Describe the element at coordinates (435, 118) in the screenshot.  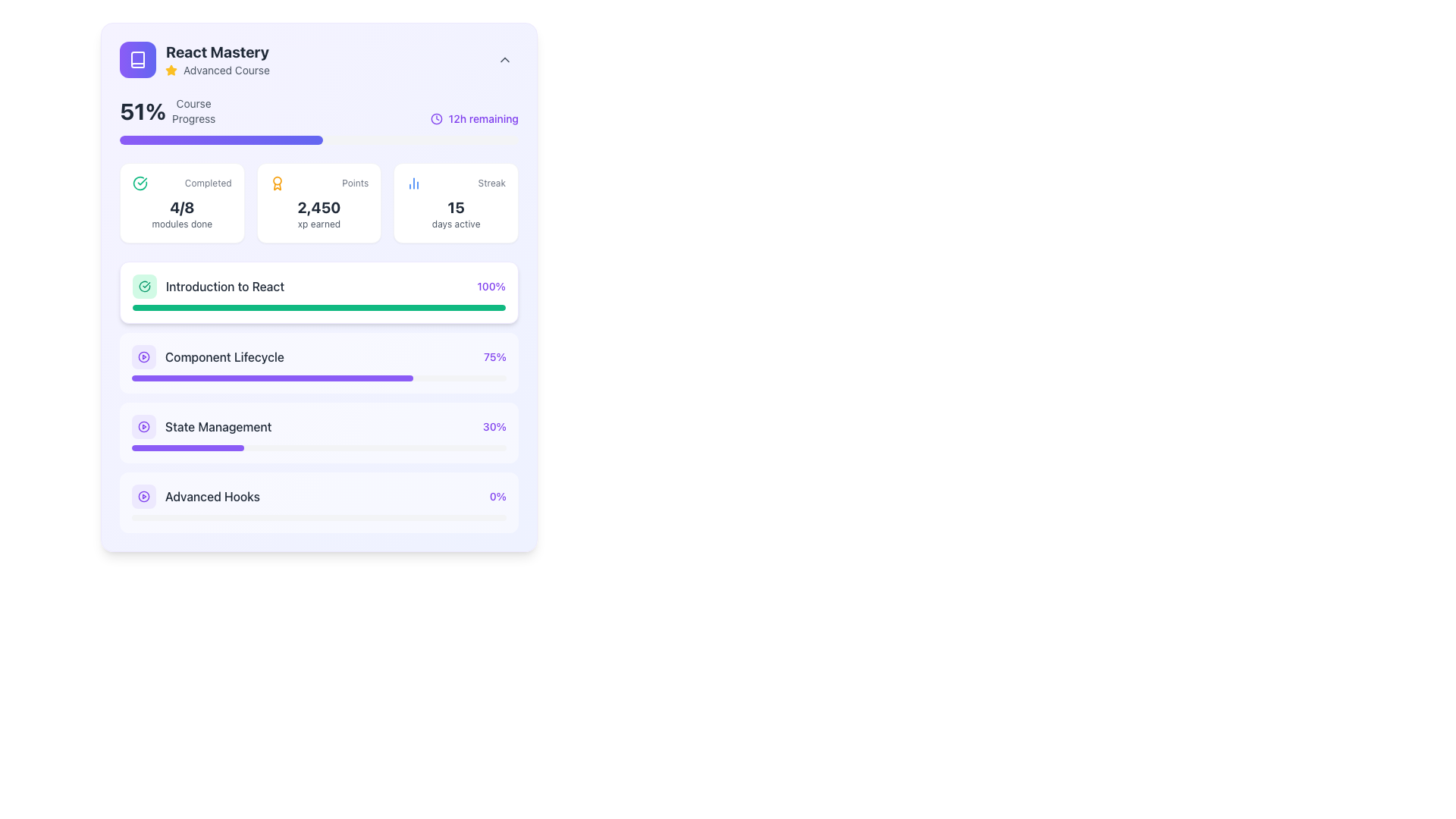
I see `the countdown icon that visually represents the passage of time, located to the left of the text label '12h remaining'` at that location.